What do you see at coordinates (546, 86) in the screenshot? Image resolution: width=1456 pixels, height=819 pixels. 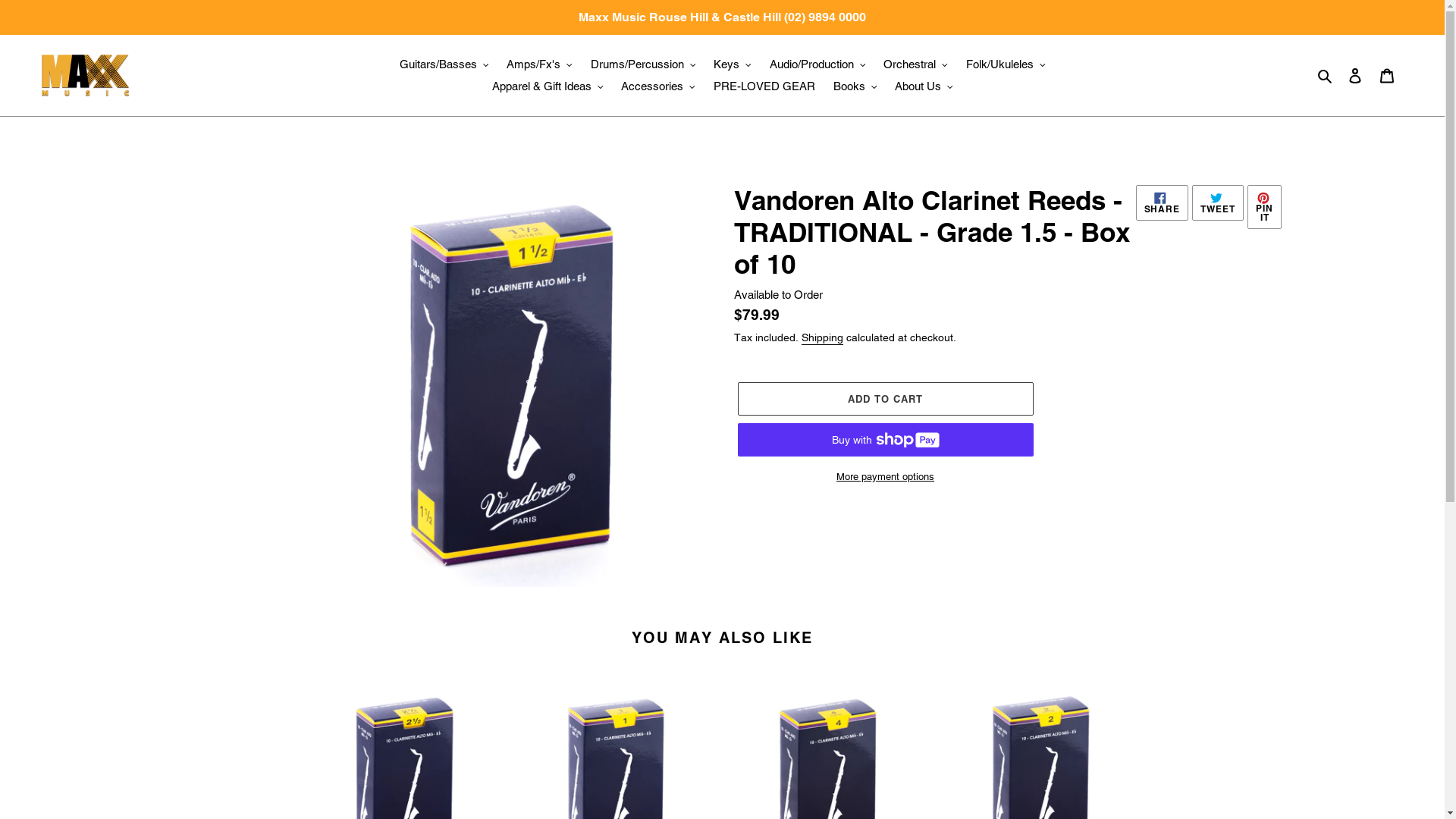 I see `'Apparel & Gift Ideas'` at bounding box center [546, 86].